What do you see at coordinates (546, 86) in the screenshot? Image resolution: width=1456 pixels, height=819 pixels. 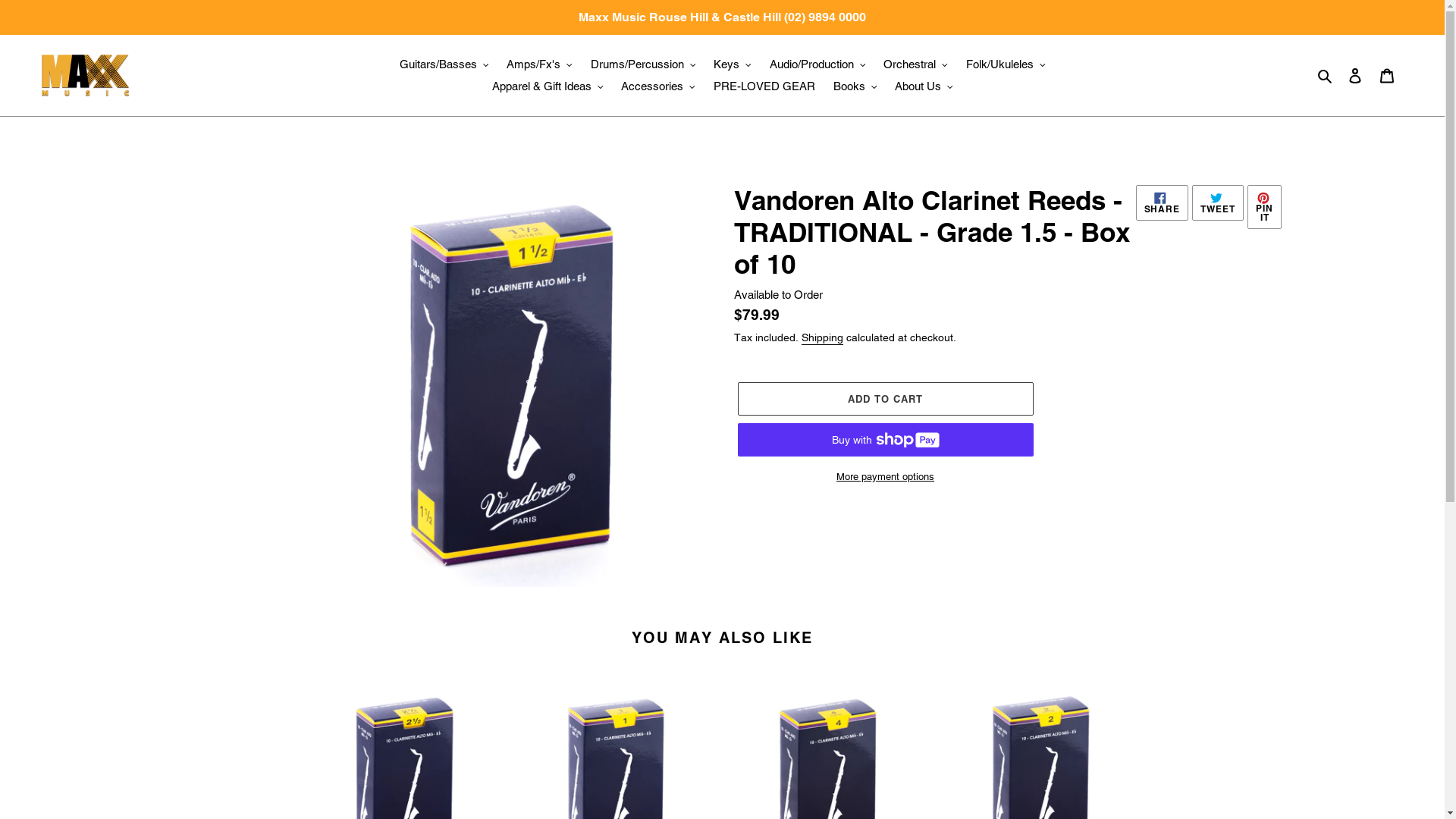 I see `'Apparel & Gift Ideas'` at bounding box center [546, 86].